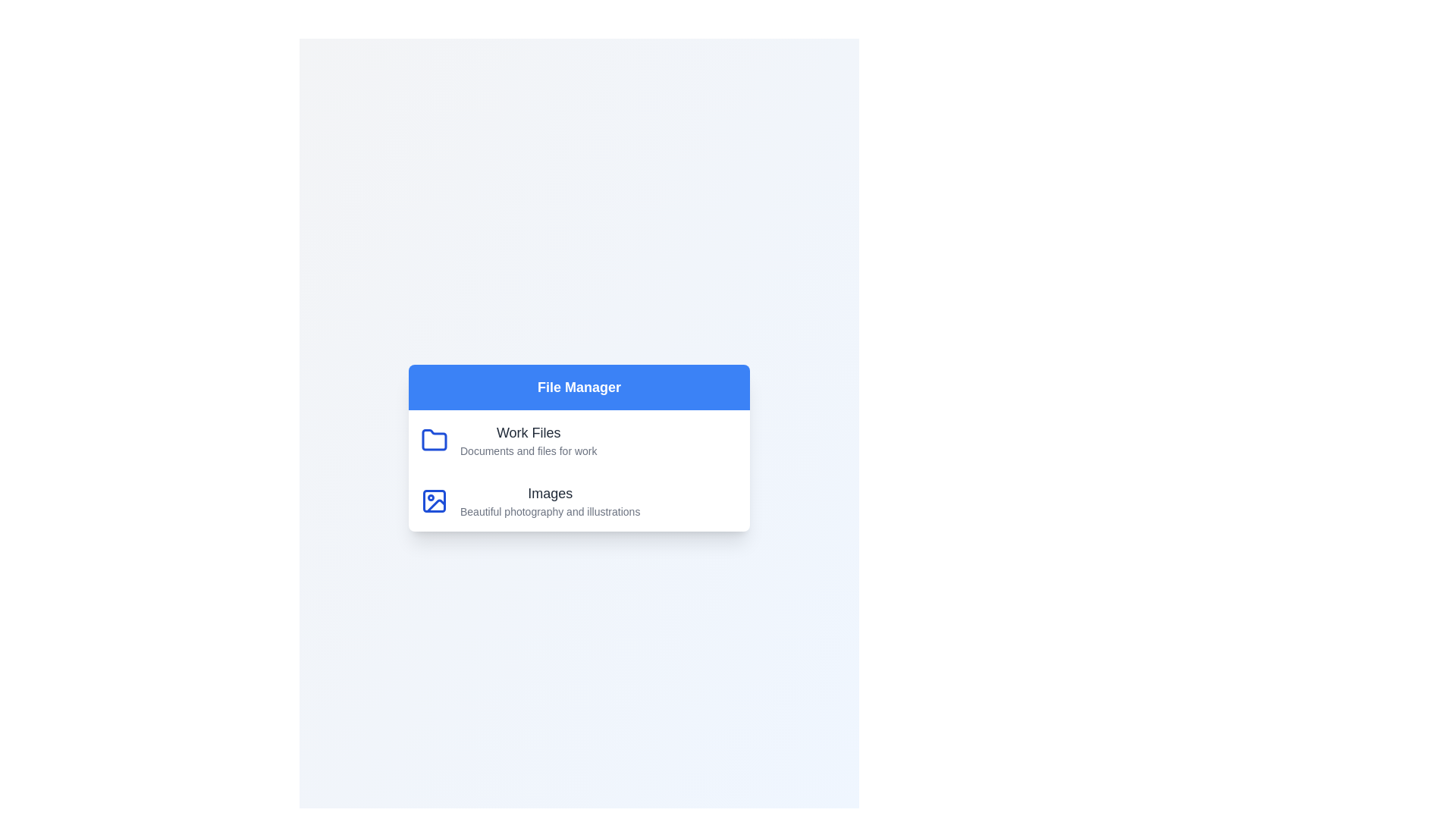 This screenshot has width=1456, height=819. Describe the element at coordinates (433, 500) in the screenshot. I see `the icon of the category Images` at that location.